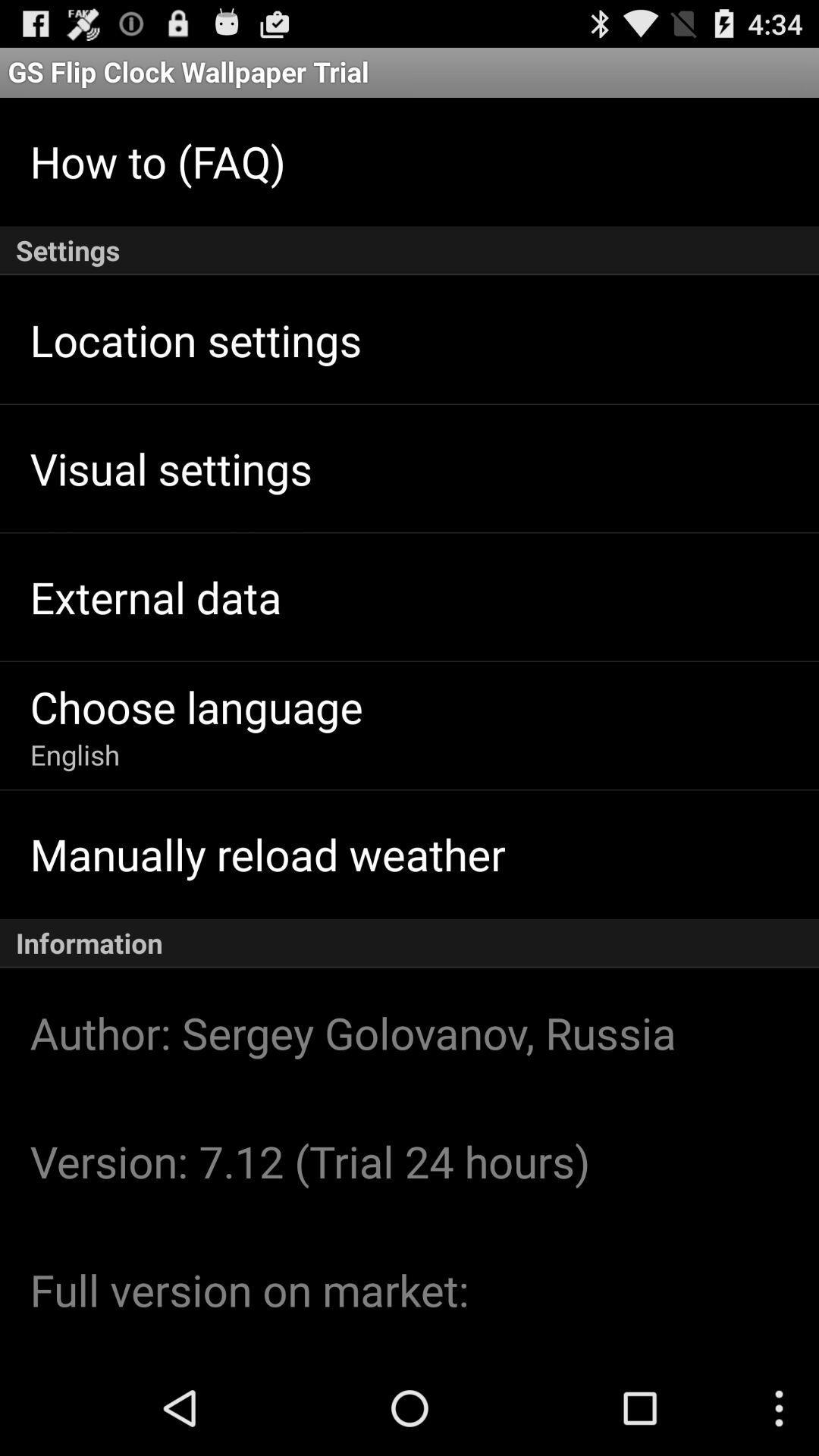 The width and height of the screenshot is (819, 1456). Describe the element at coordinates (353, 1031) in the screenshot. I see `icon below the information` at that location.